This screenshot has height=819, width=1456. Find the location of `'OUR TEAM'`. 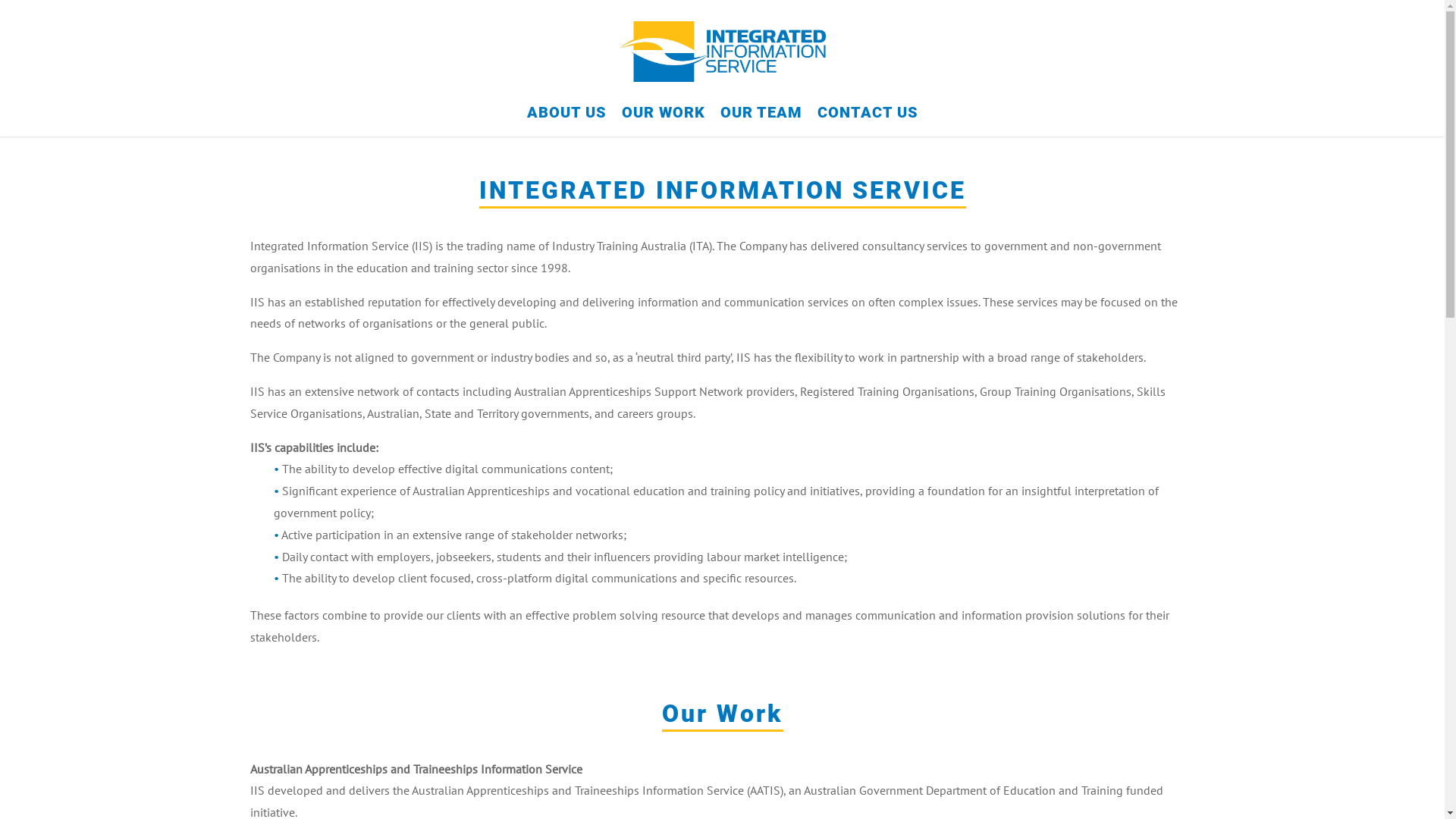

'OUR TEAM' is located at coordinates (761, 119).